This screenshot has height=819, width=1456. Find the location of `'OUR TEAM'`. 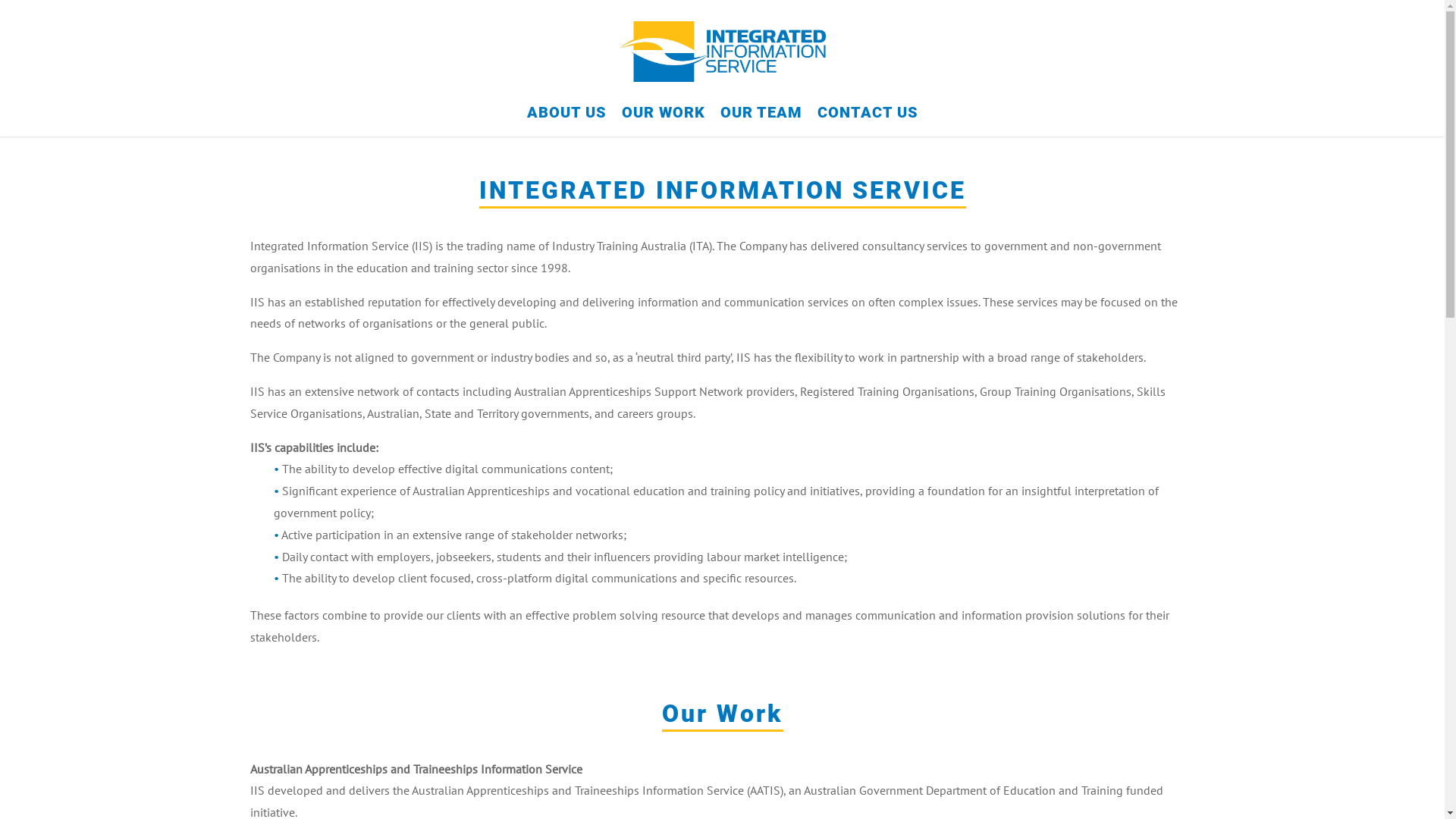

'OUR TEAM' is located at coordinates (761, 119).